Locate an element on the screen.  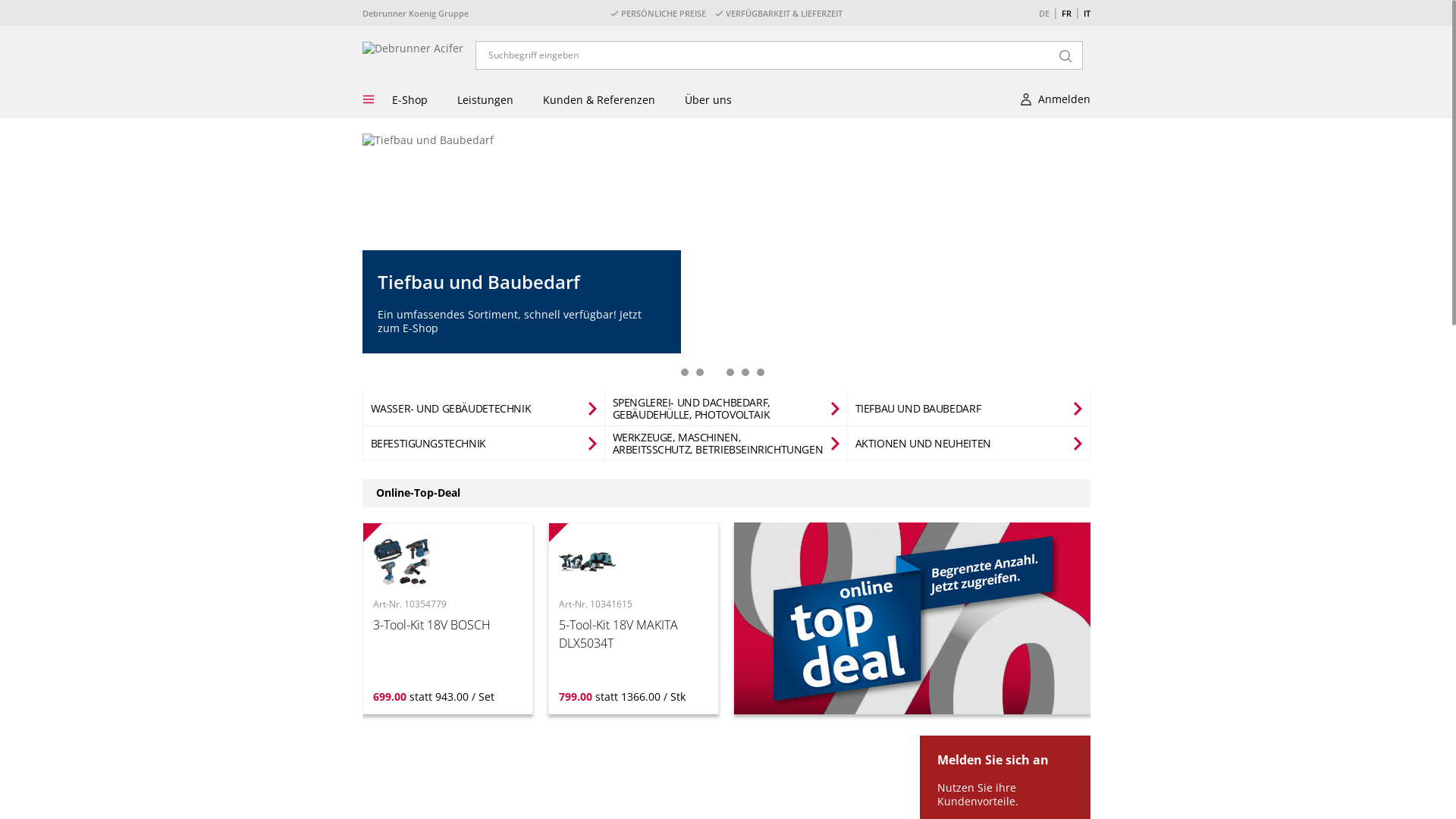
'FR' is located at coordinates (1061, 13).